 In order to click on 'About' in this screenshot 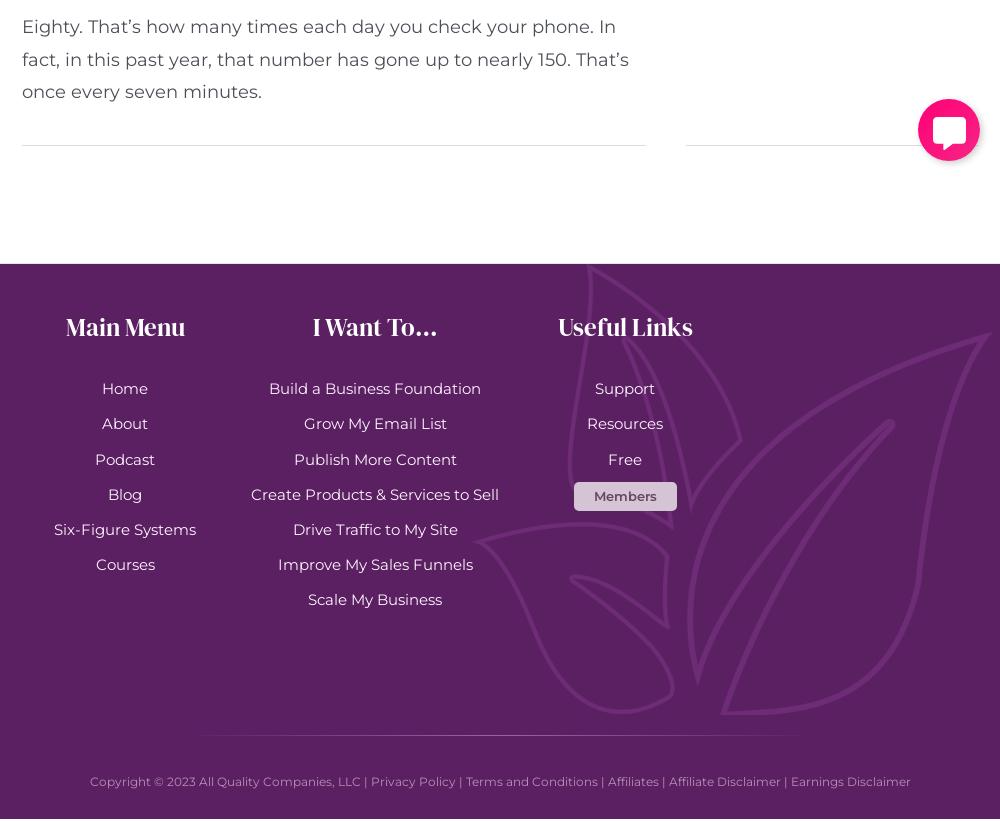, I will do `click(125, 423)`.